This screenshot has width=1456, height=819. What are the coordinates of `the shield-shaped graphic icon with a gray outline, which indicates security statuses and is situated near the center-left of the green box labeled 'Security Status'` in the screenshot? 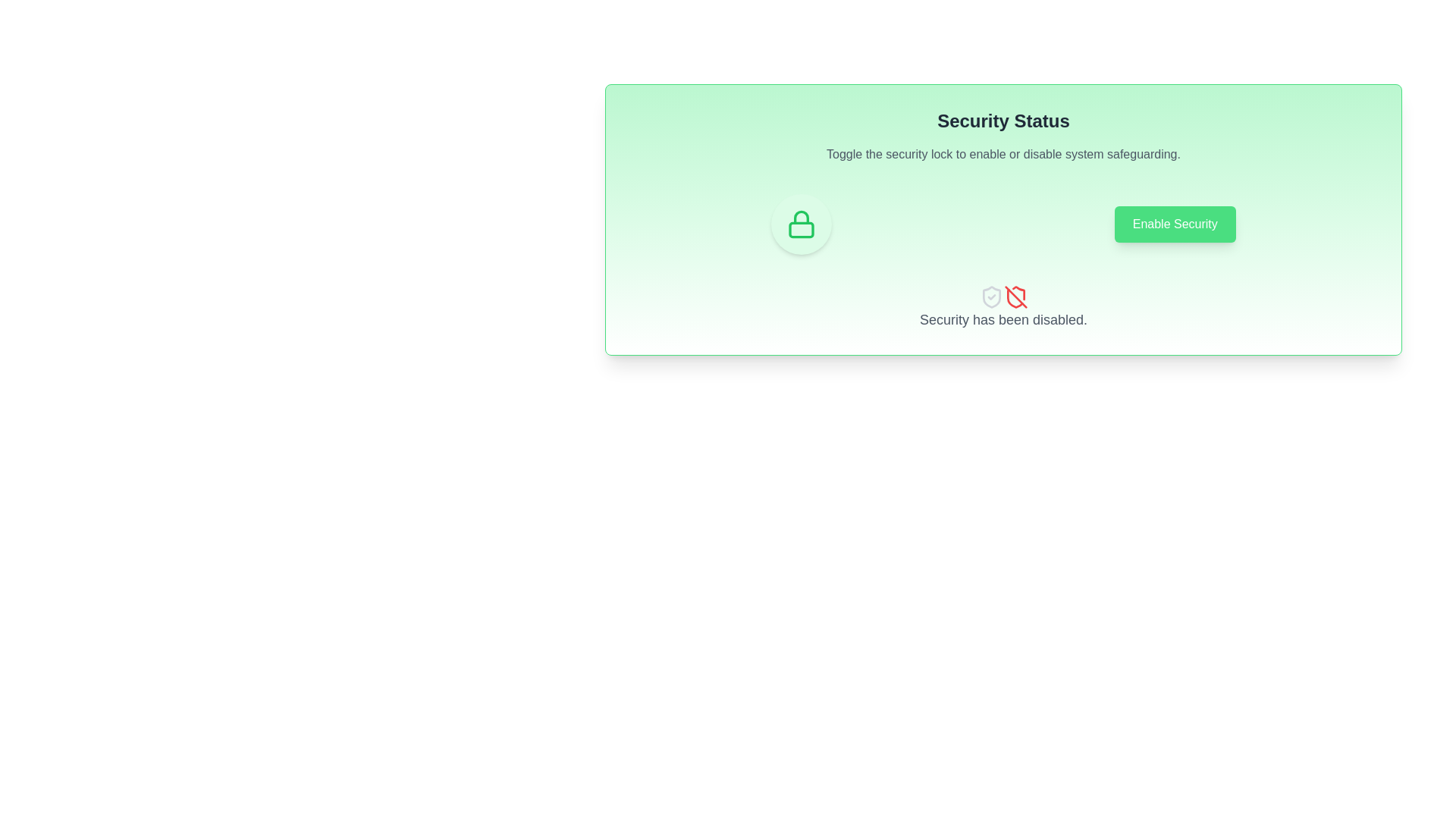 It's located at (991, 297).